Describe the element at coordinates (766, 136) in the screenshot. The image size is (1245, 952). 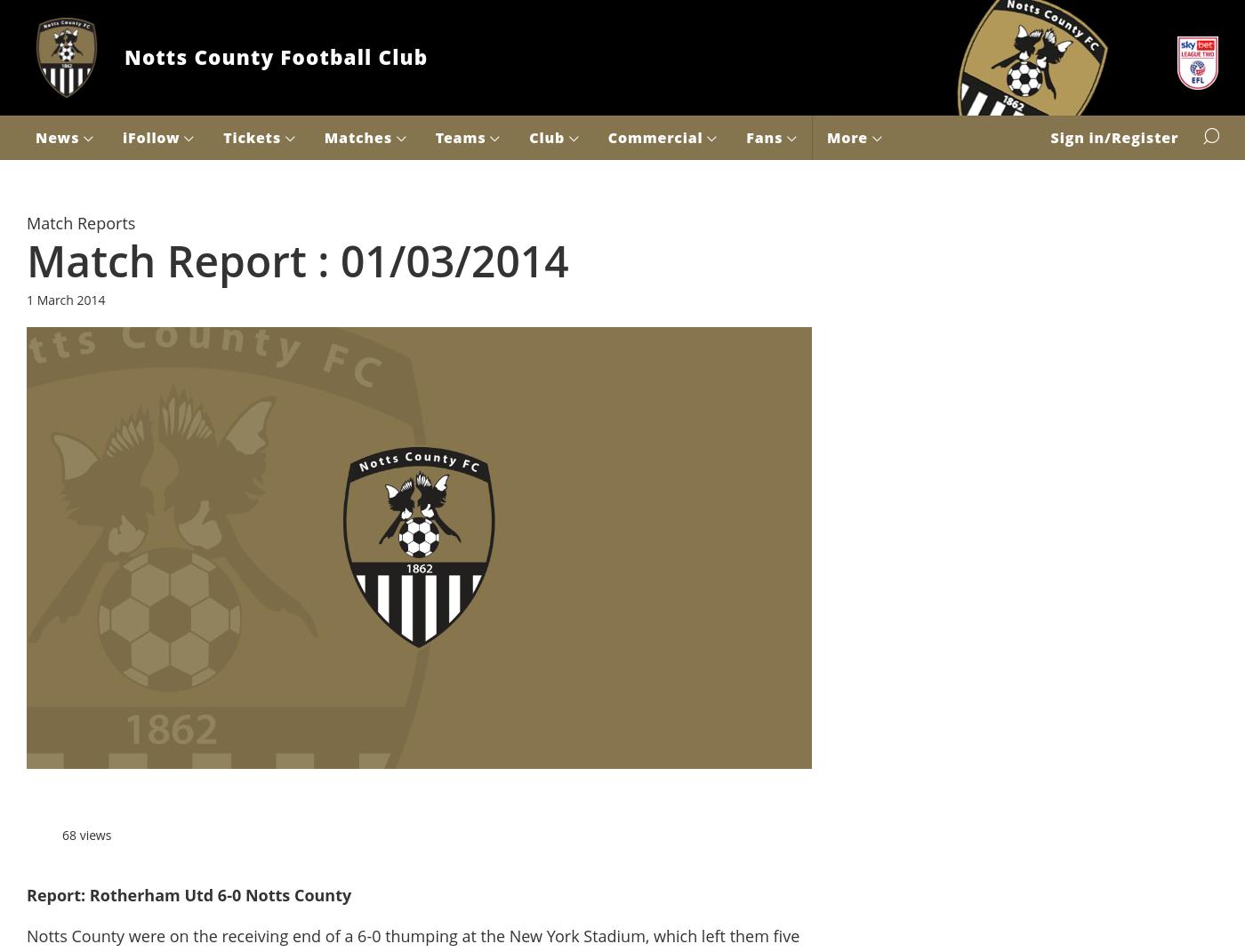
I see `'Fans'` at that location.